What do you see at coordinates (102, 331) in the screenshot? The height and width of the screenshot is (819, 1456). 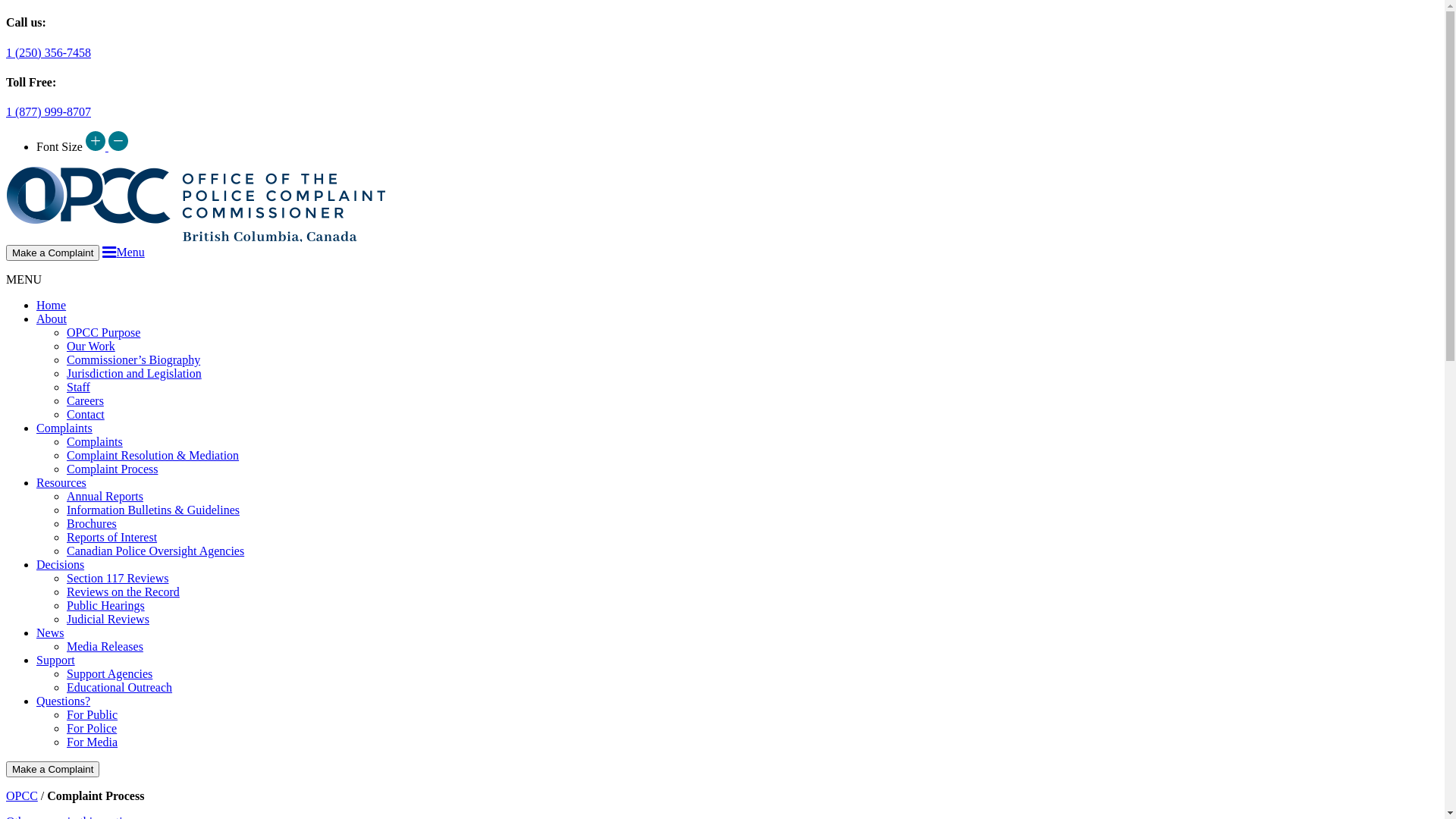 I see `'OPCC Purpose'` at bounding box center [102, 331].